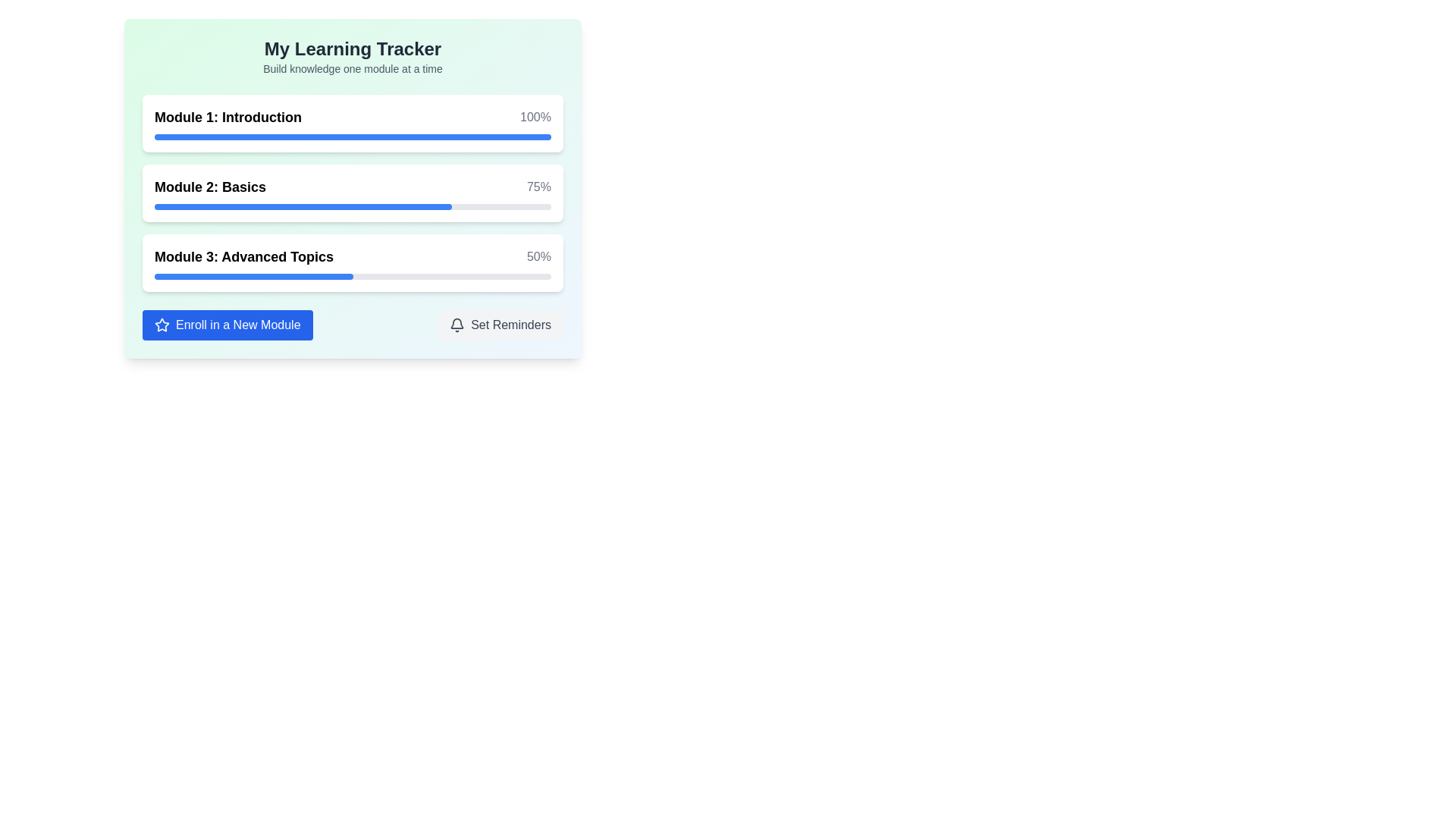 This screenshot has width=1456, height=819. What do you see at coordinates (352, 207) in the screenshot?
I see `the Progress Bar representing 'Module 2: Basics' with 75% completion, located below the text in the second card` at bounding box center [352, 207].